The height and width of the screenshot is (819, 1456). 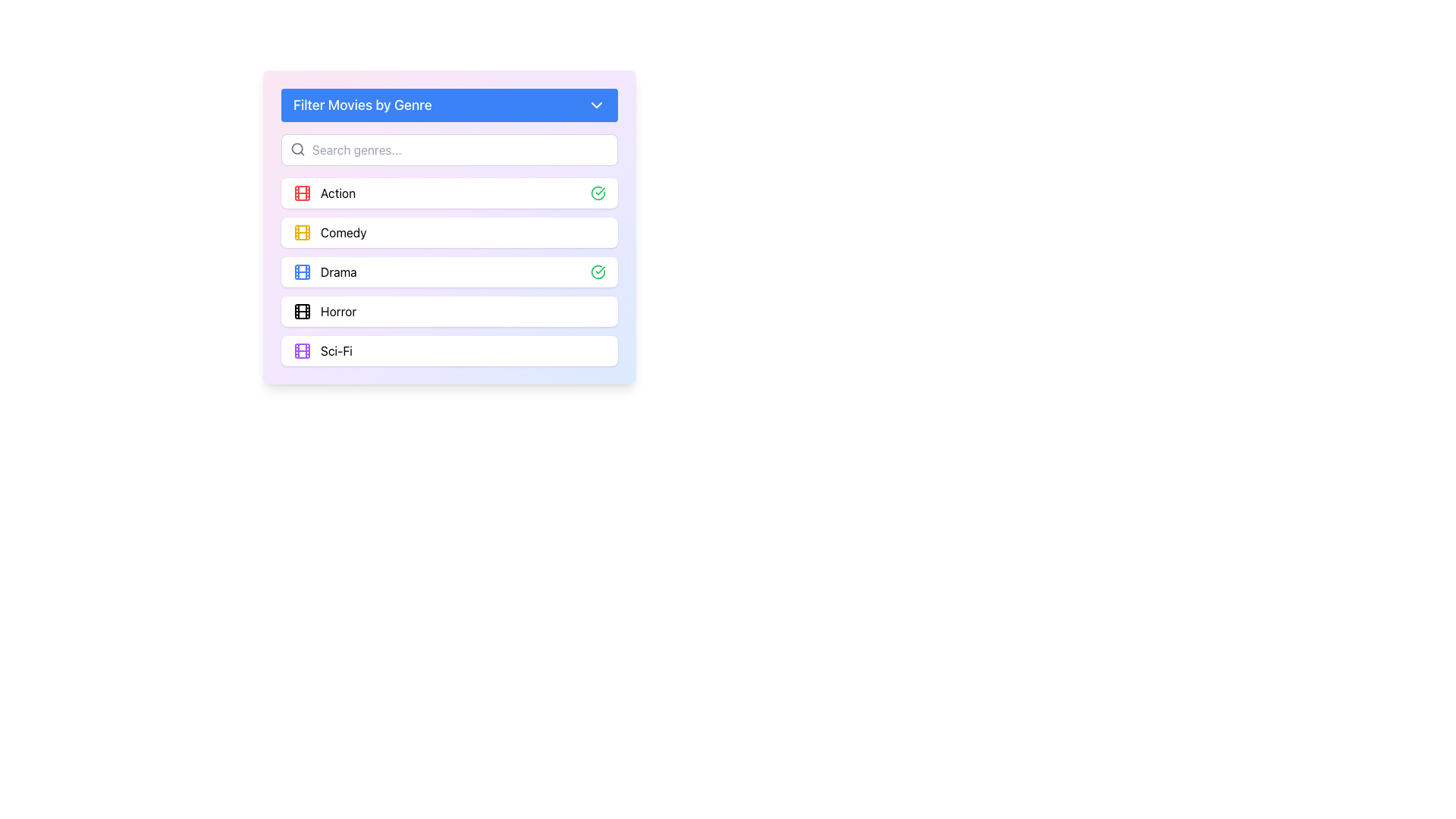 I want to click on text label that reads 'Sci-Fi', which is the fifth item in the genre filter list and is aligned to the right of a purple film strip icon, so click(x=335, y=350).